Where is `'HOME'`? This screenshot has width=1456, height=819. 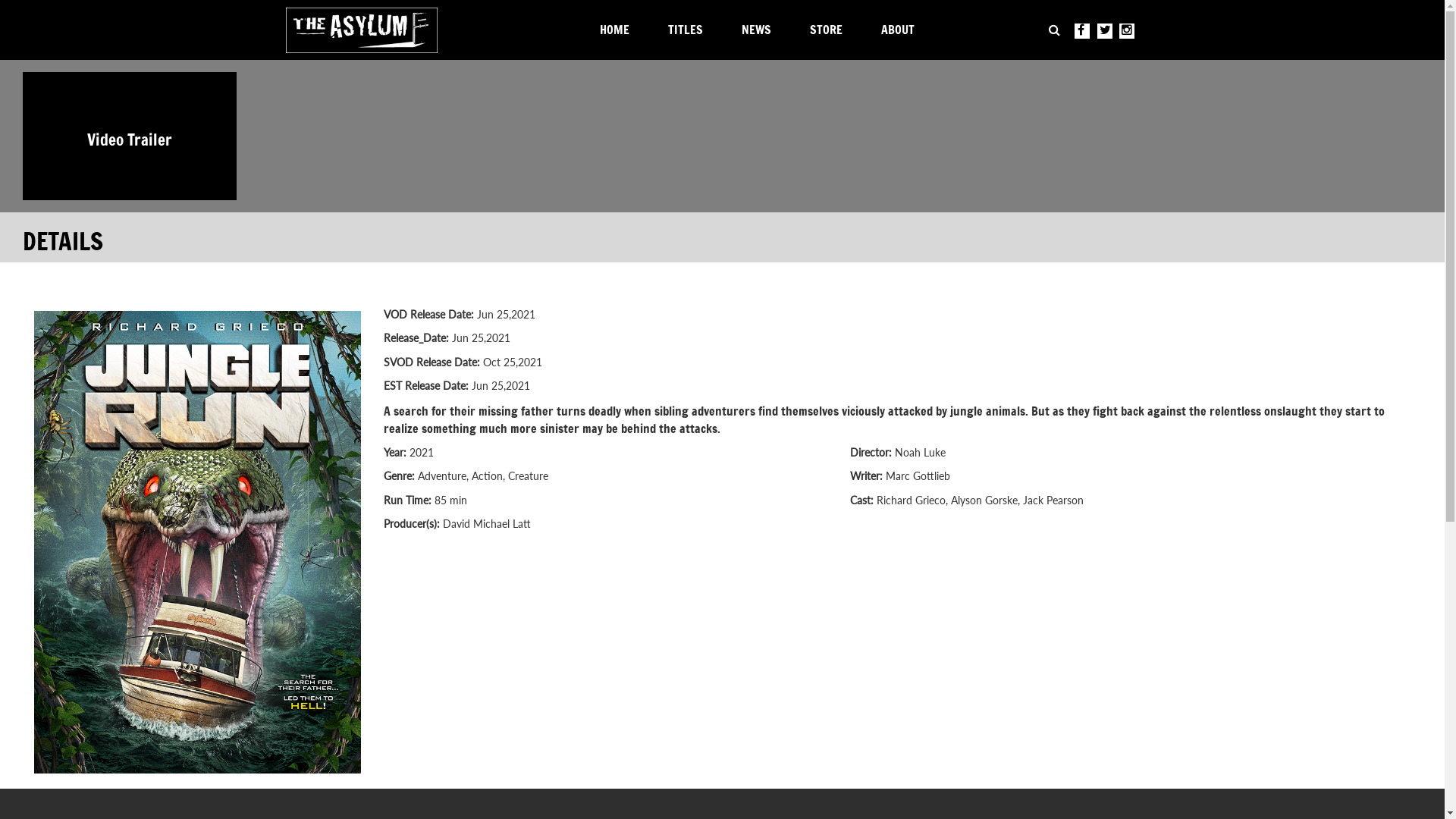
'HOME' is located at coordinates (619, 32).